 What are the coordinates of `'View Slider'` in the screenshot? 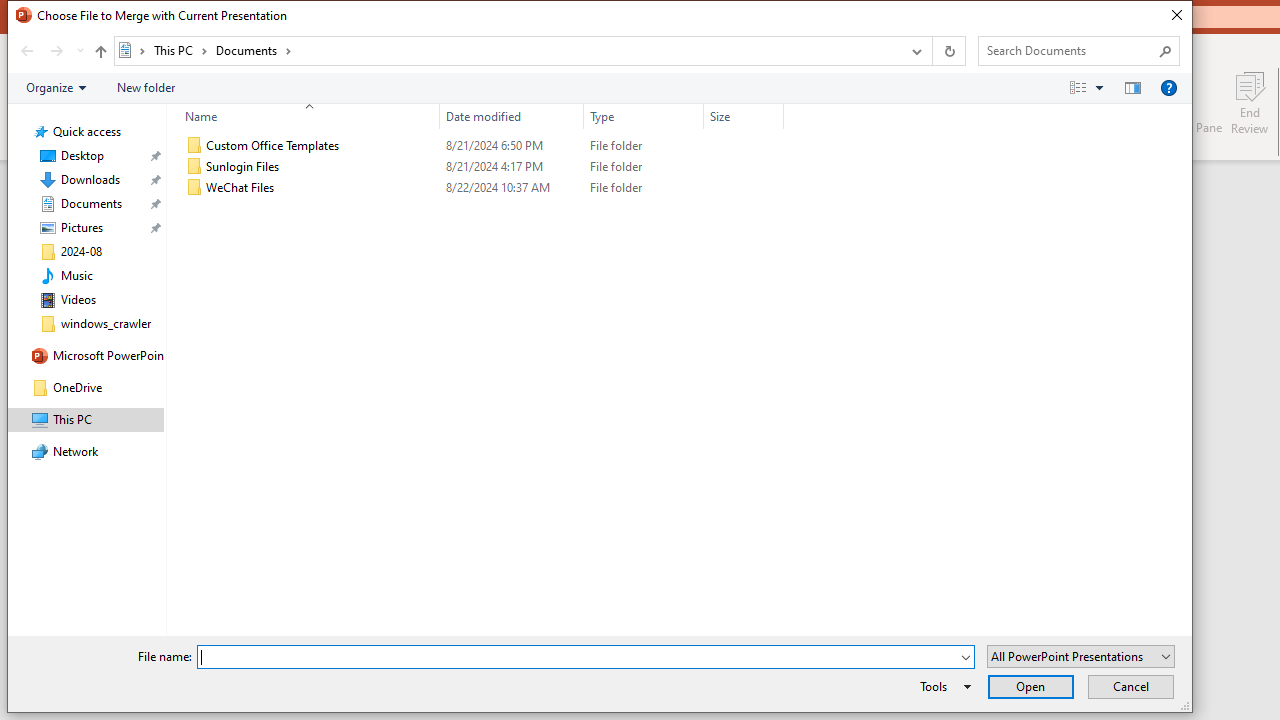 It's located at (1098, 86).